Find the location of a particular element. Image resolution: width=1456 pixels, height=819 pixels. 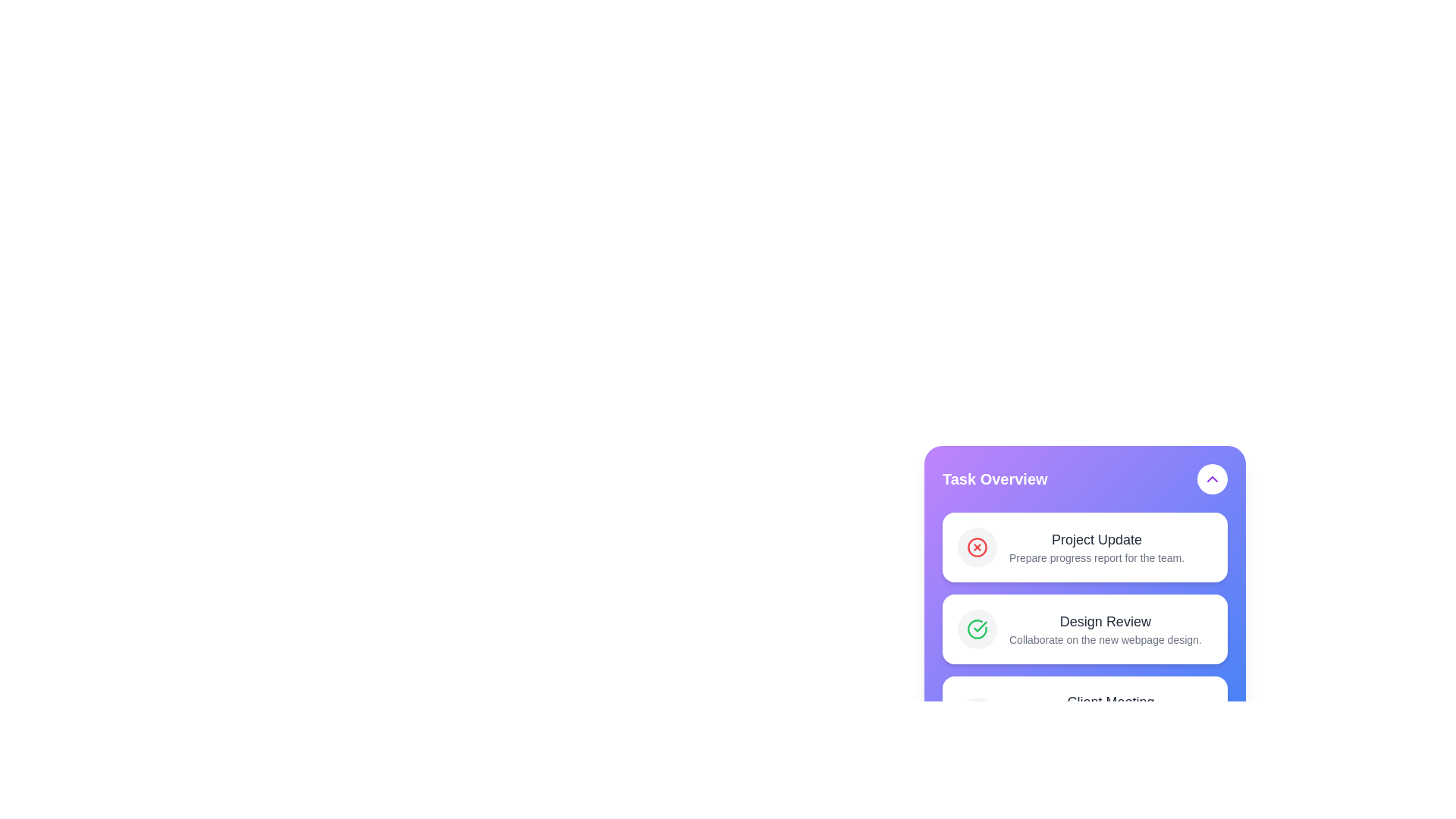

the arrow button to toggle the visibility of the task list is located at coordinates (1211, 479).